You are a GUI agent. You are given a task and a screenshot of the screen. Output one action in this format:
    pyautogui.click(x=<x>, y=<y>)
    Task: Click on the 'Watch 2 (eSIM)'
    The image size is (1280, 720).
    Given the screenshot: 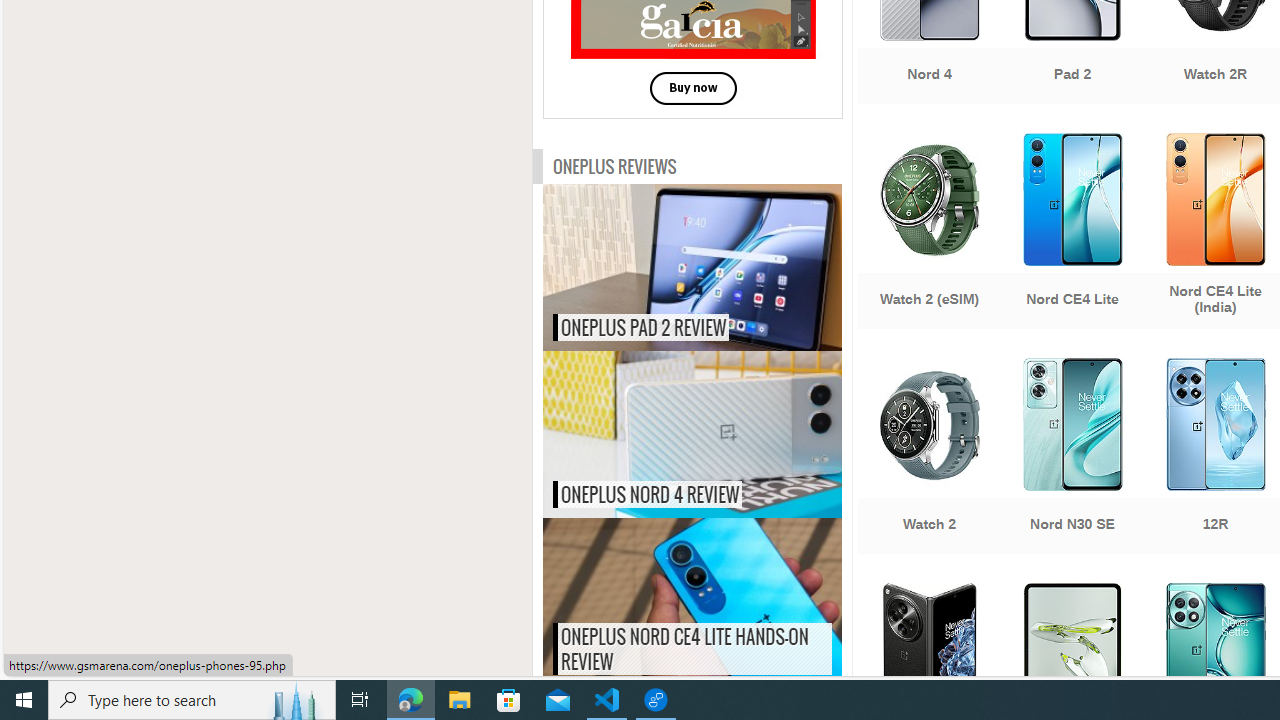 What is the action you would take?
    pyautogui.click(x=928, y=232)
    